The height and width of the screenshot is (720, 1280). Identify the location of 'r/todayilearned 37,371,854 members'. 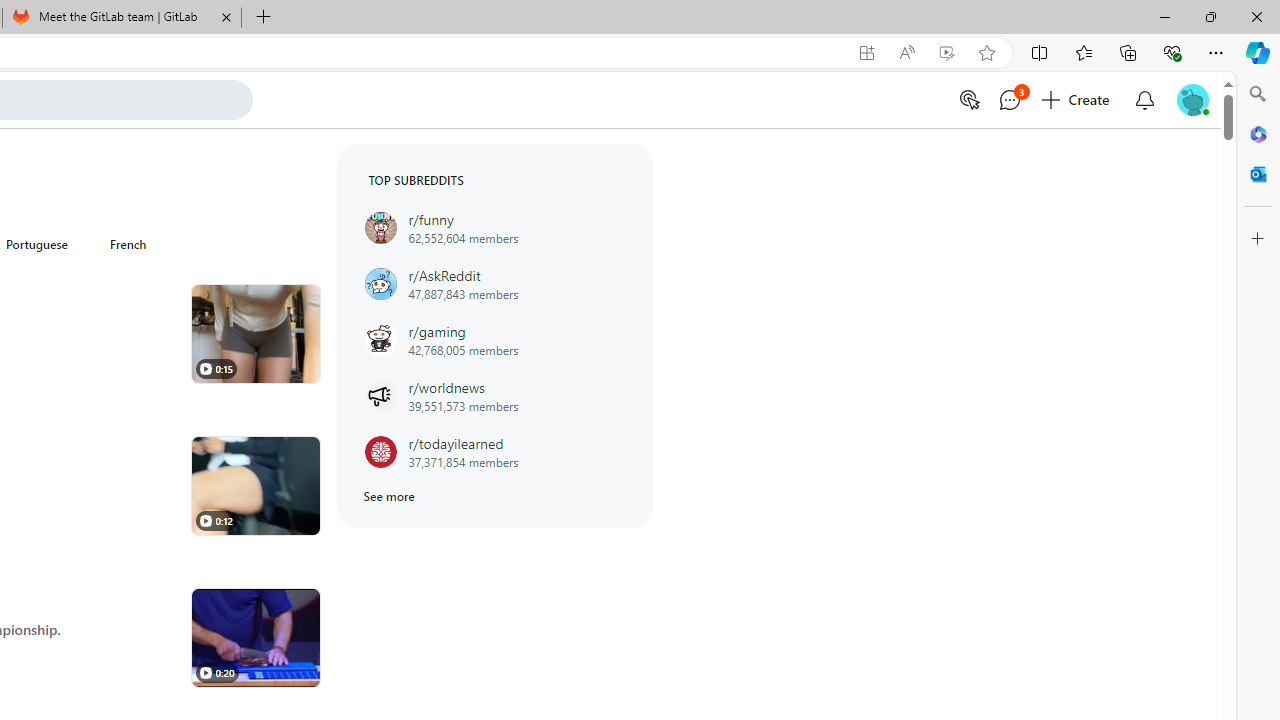
(494, 452).